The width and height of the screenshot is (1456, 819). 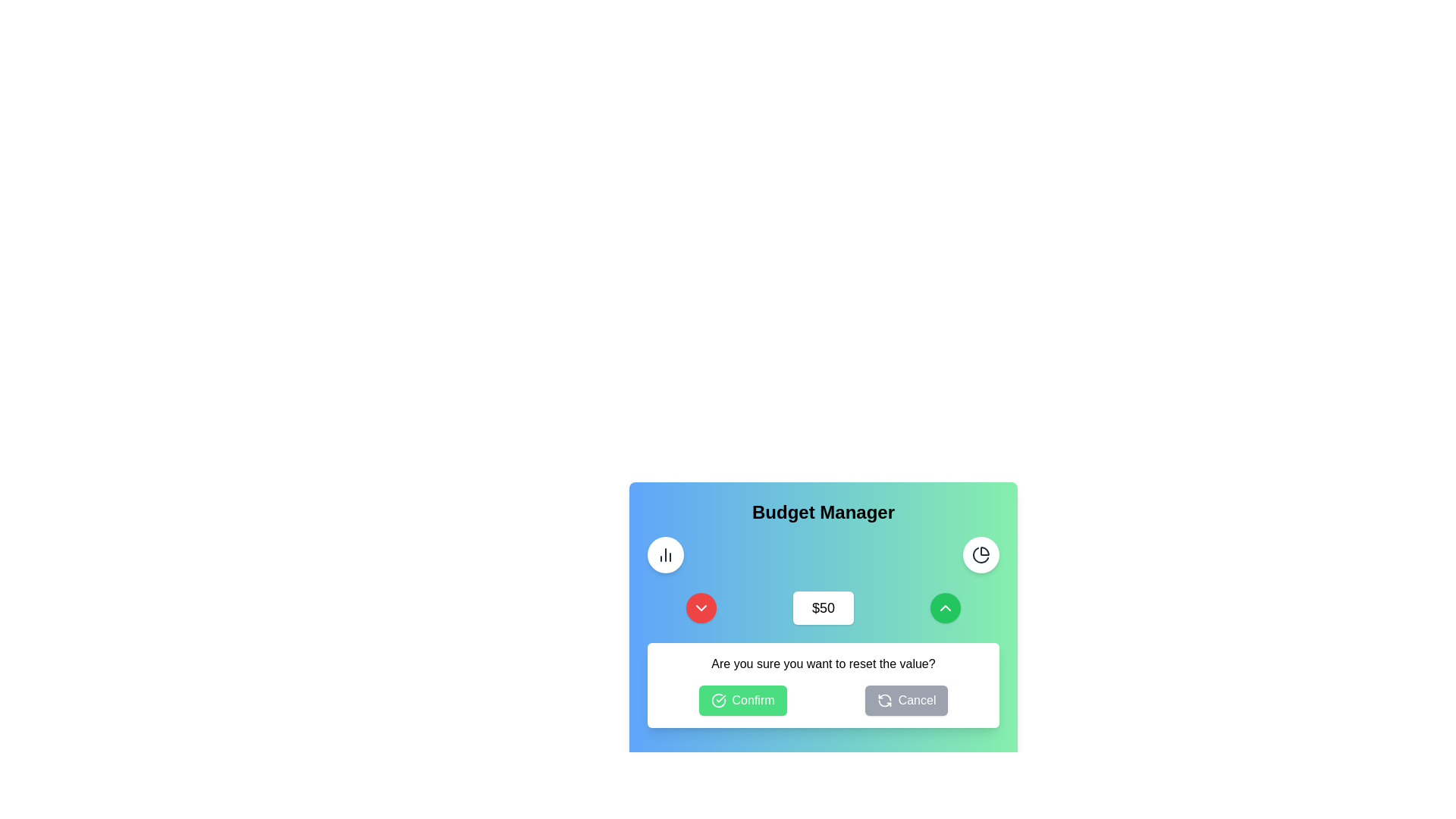 I want to click on the rectangular static text display box showing the value '$50' to focus on it, so click(x=822, y=607).